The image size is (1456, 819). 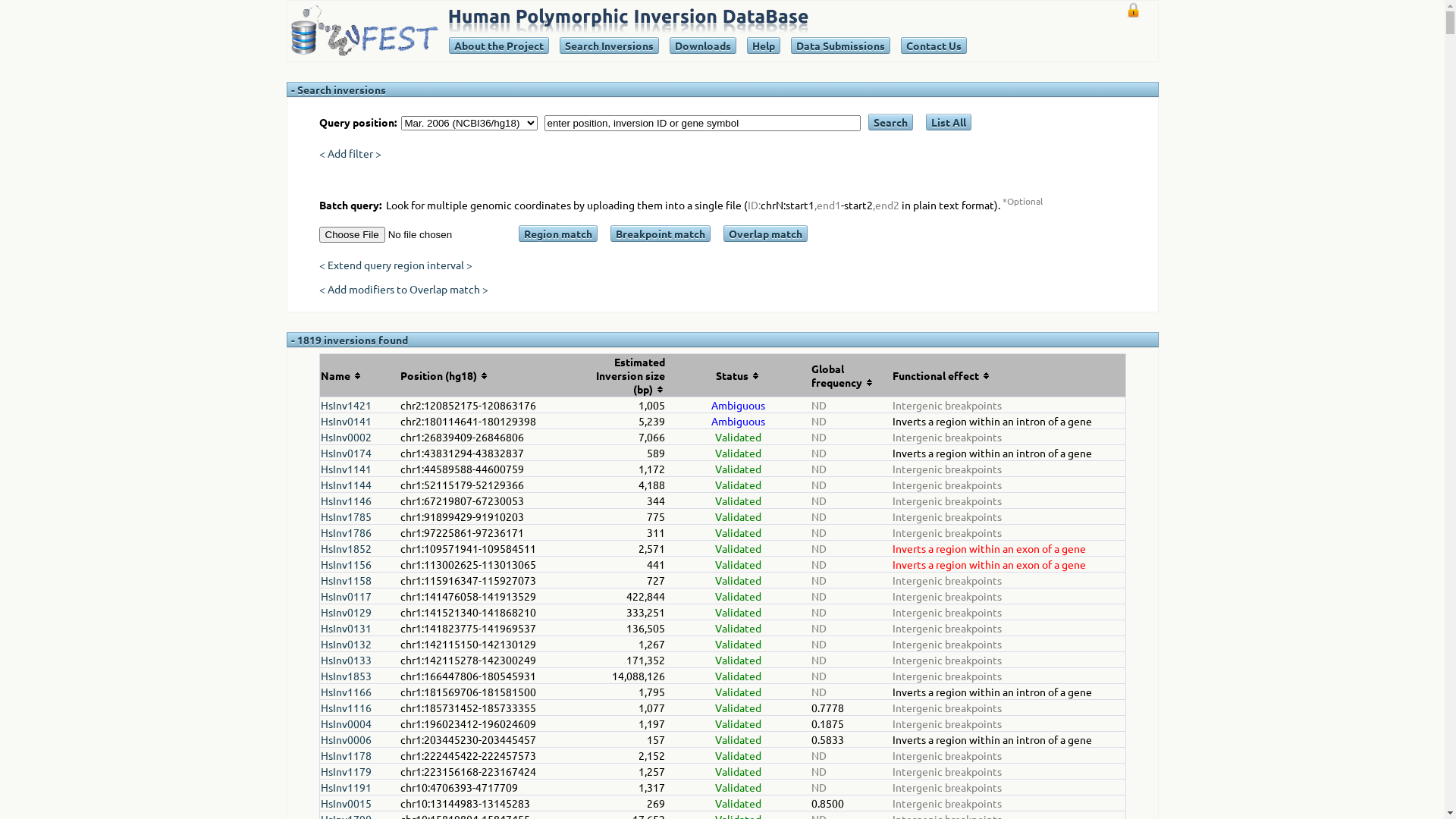 What do you see at coordinates (765, 234) in the screenshot?
I see `'Overlap match'` at bounding box center [765, 234].